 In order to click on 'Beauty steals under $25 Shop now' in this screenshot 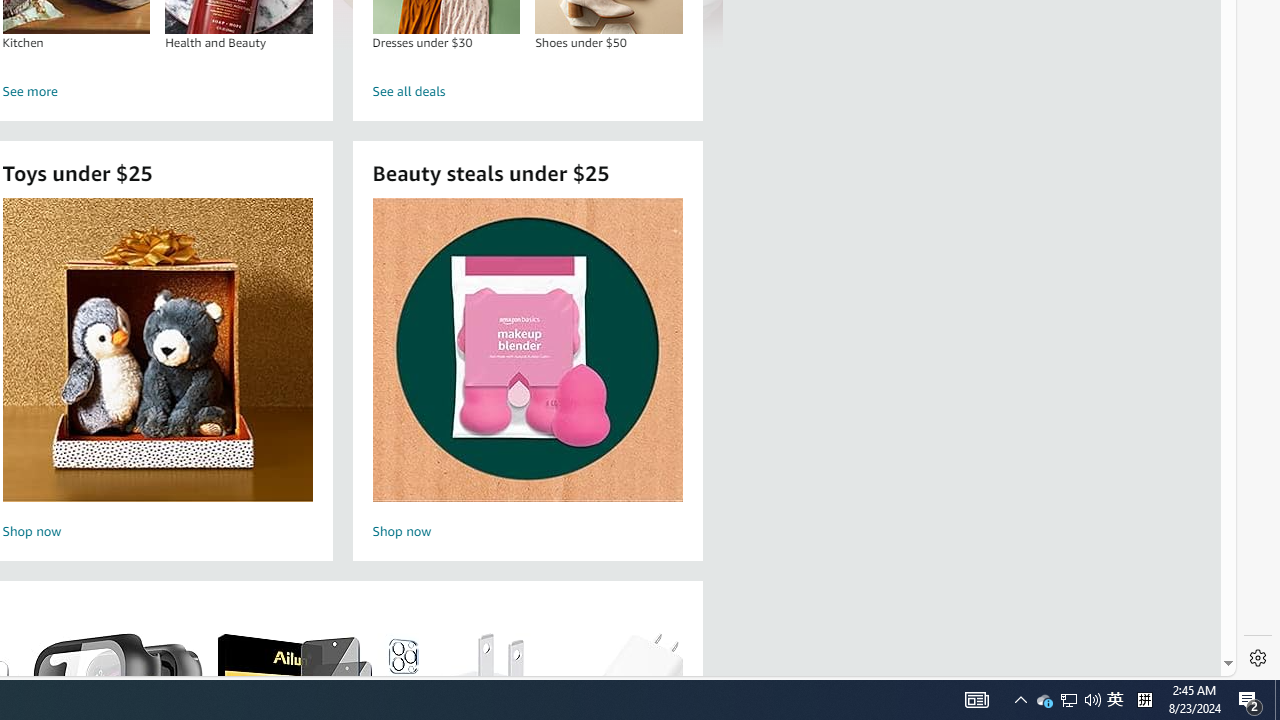, I will do `click(527, 371)`.